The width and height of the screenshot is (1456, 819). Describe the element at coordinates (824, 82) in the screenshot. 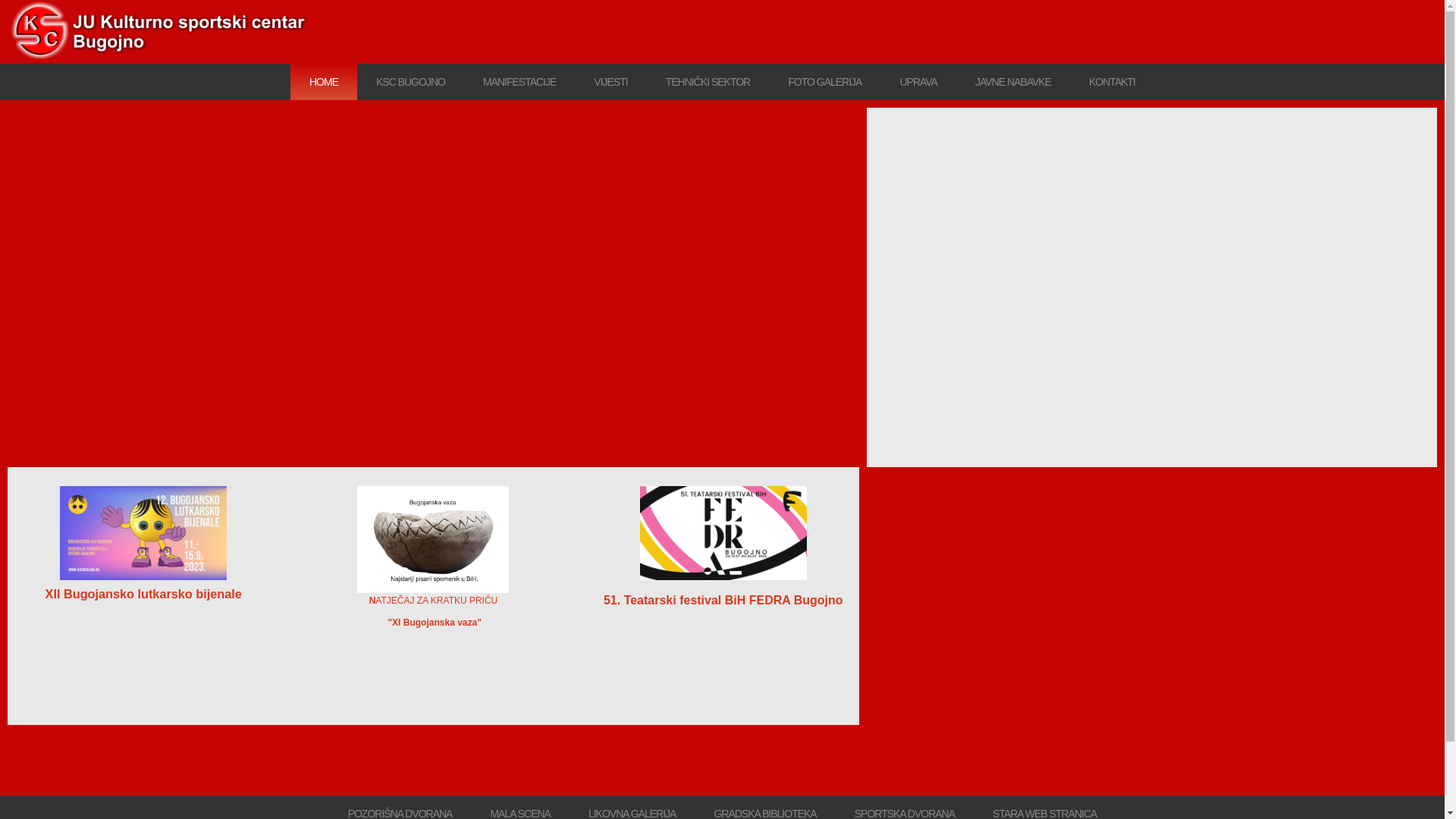

I see `'FOTO GALERIJA'` at that location.